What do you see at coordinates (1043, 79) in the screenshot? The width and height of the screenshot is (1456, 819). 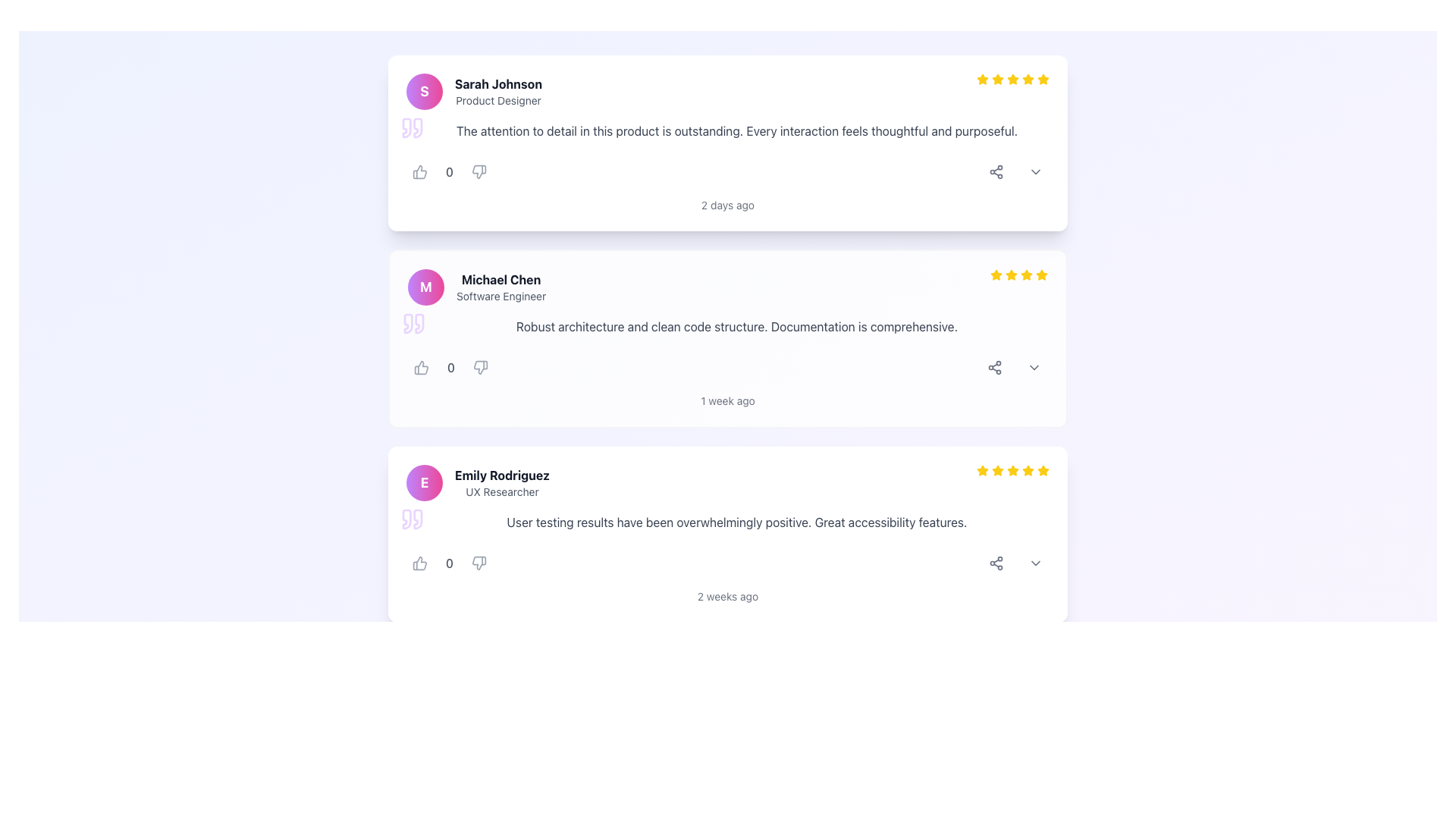 I see `the fifth star icon representing the highest user rating from its current position` at bounding box center [1043, 79].